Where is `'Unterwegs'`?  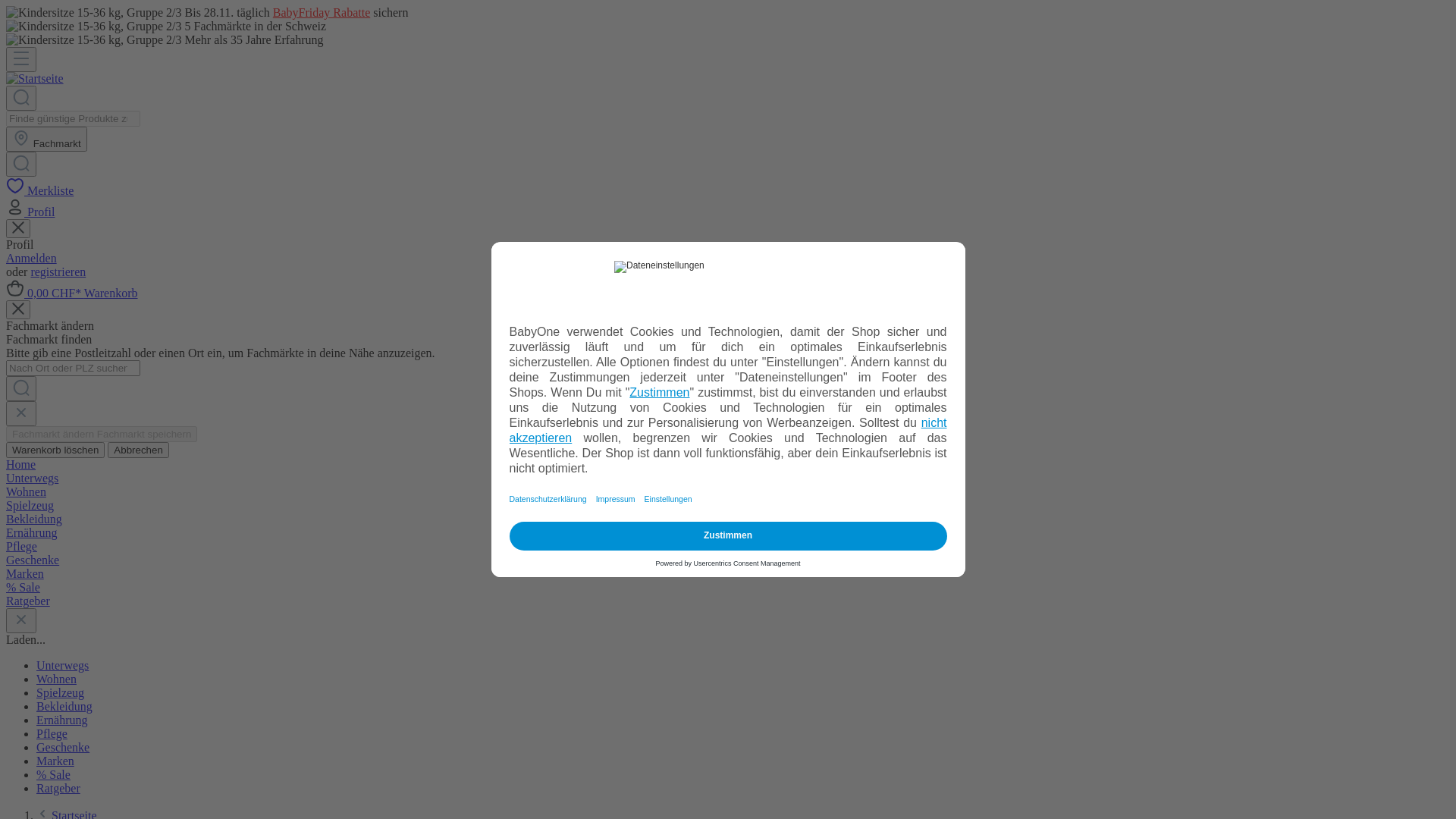 'Unterwegs' is located at coordinates (36, 664).